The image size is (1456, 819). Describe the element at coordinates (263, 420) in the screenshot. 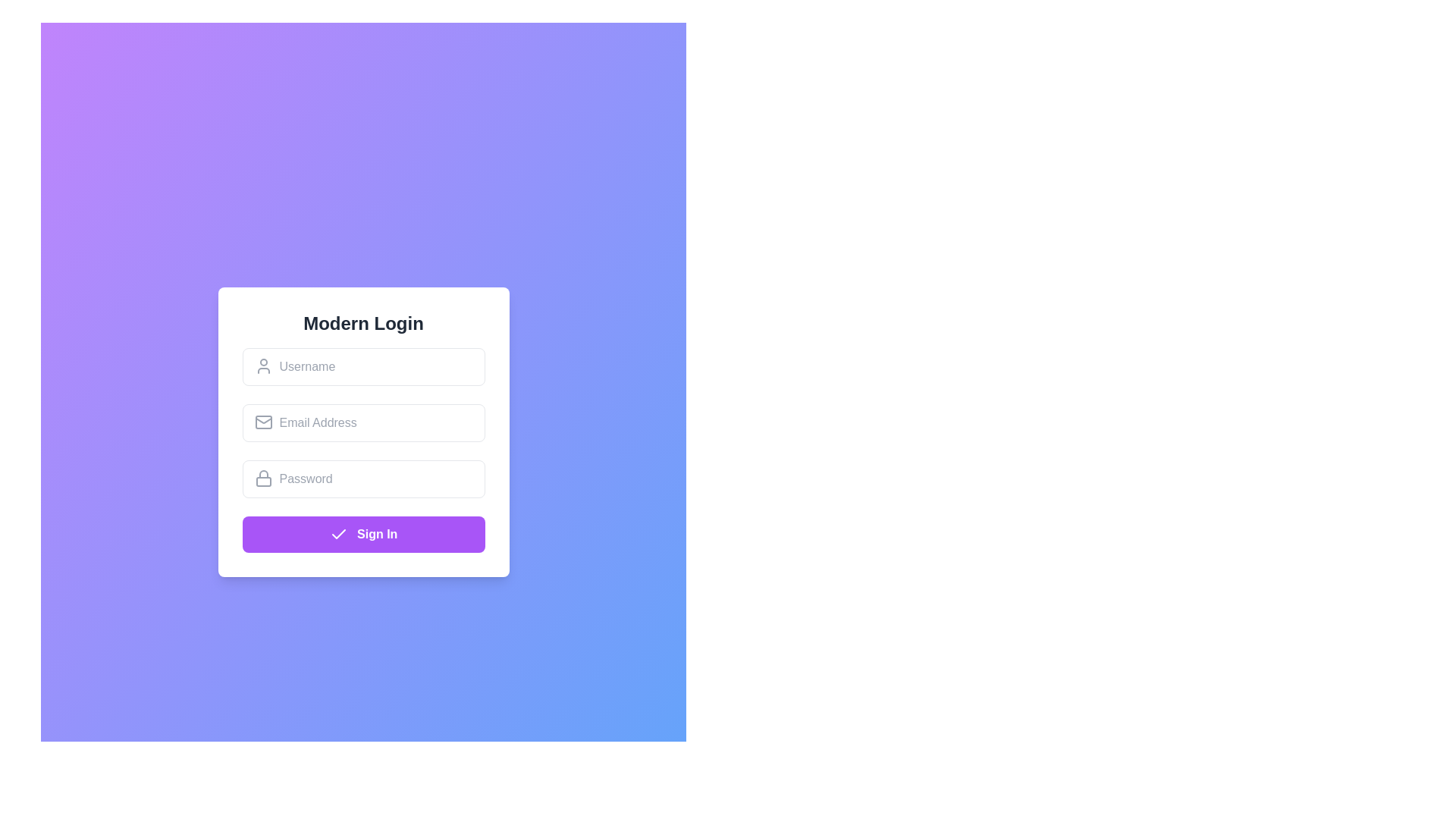

I see `the inner envelope fold detail of the mail icon, which is a visual decoration within the SVG graphic of the email representation in the login form` at that location.